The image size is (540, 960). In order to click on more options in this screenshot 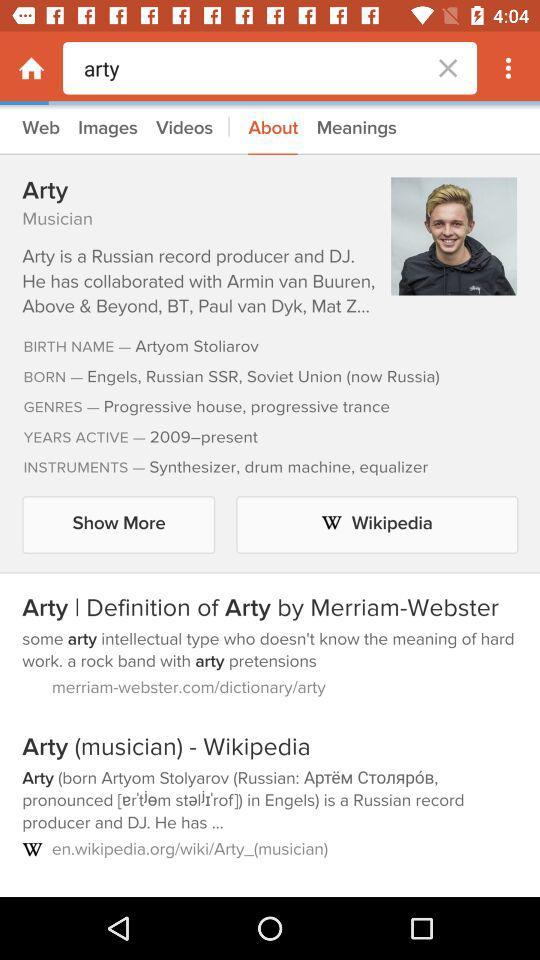, I will do `click(508, 68)`.